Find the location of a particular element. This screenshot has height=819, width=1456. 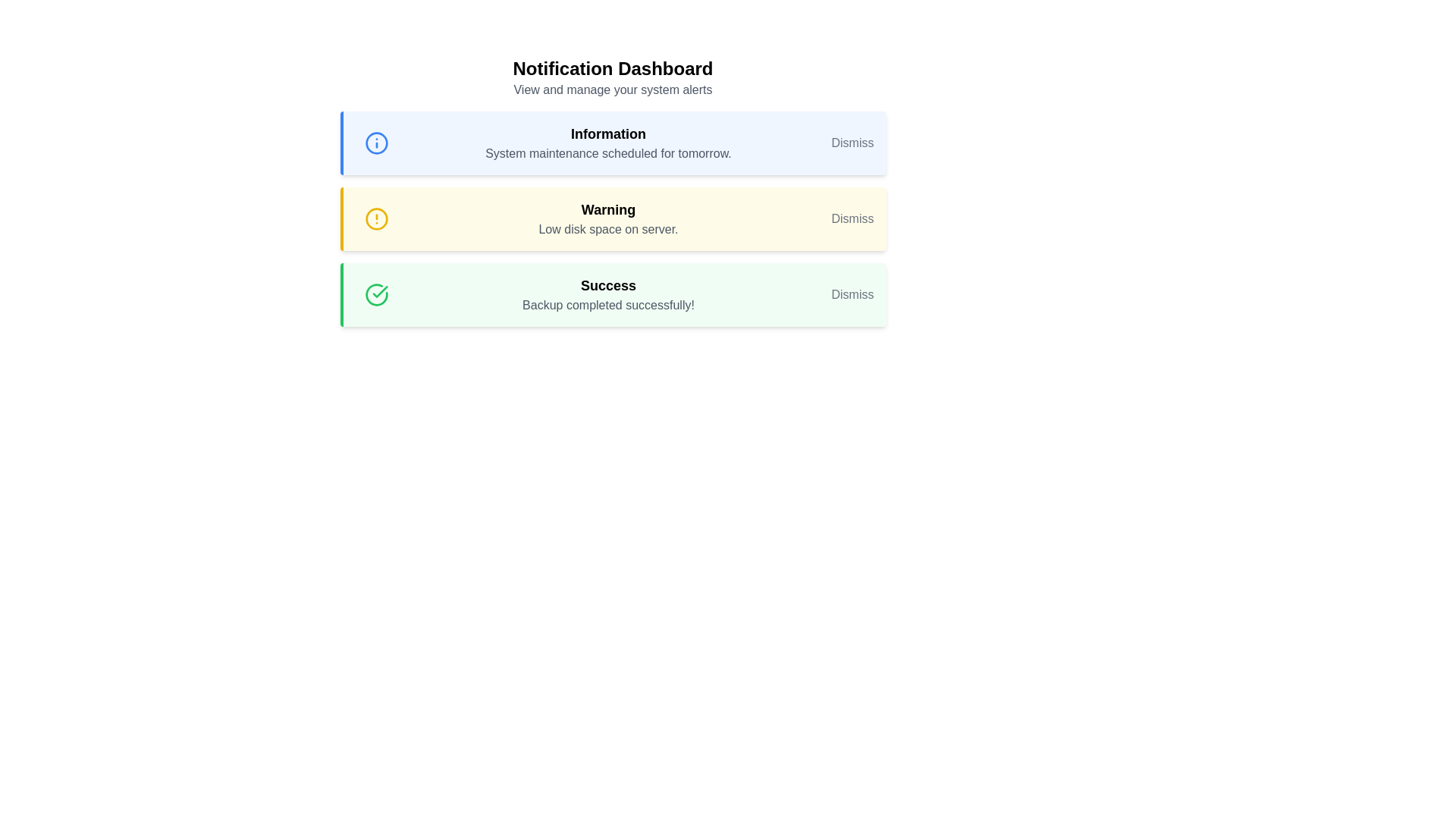

the blue circular information icon containing the letter 'i', located to the left of the 'Information' text in the first notification card is located at coordinates (376, 143).